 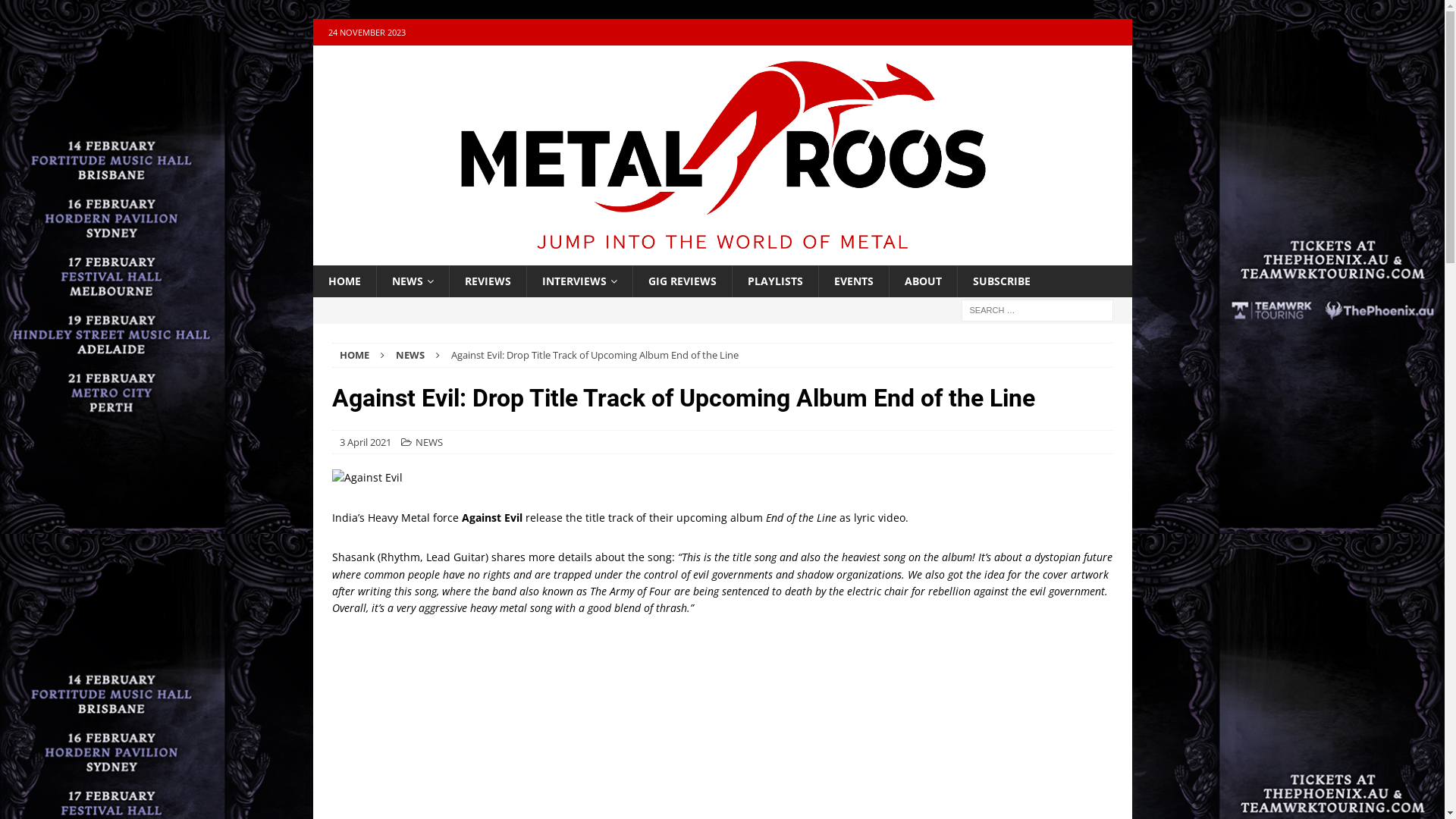 What do you see at coordinates (0, 11) in the screenshot?
I see `'Search'` at bounding box center [0, 11].